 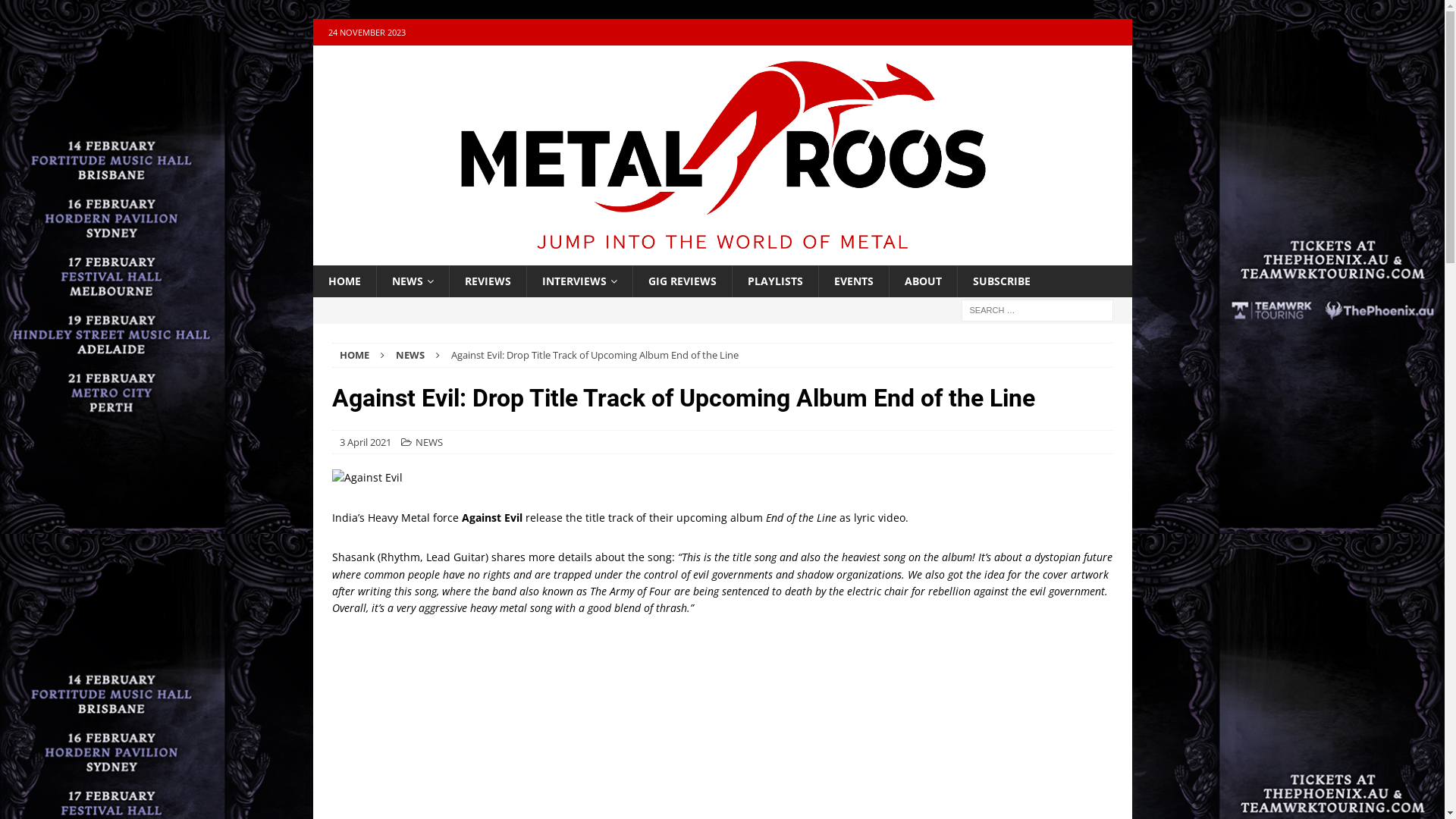 What do you see at coordinates (0, 11) in the screenshot?
I see `'Search'` at bounding box center [0, 11].